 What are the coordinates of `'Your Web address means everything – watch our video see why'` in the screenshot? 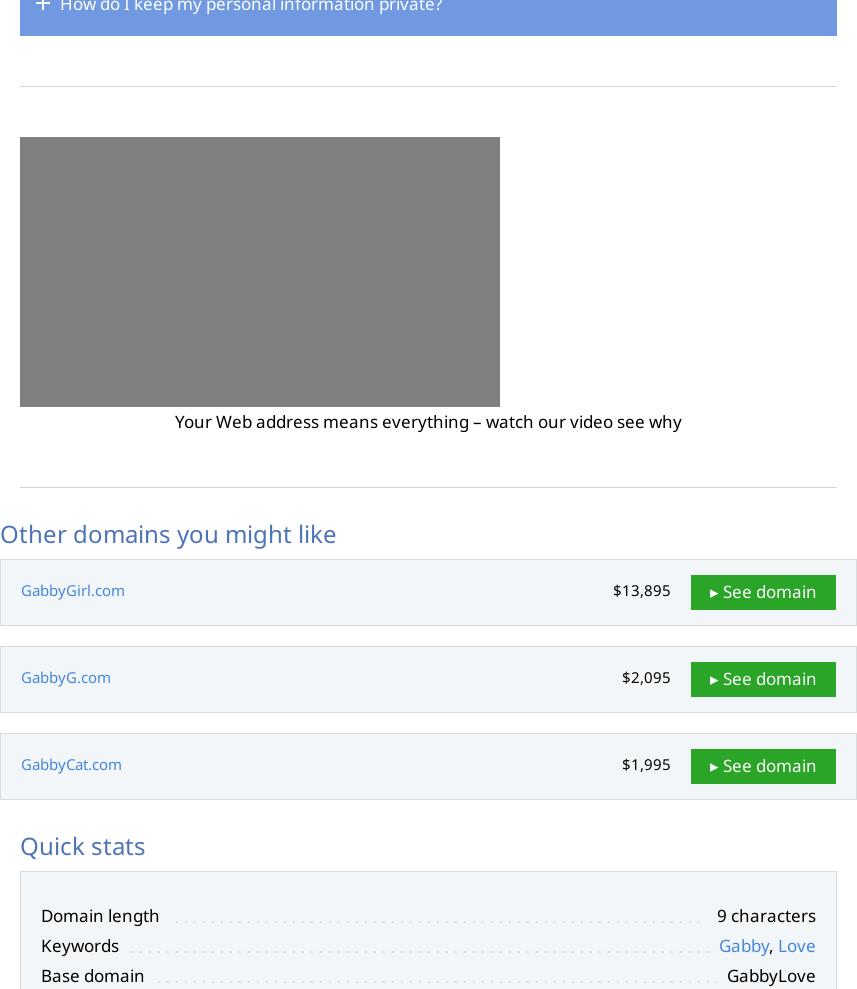 It's located at (174, 420).